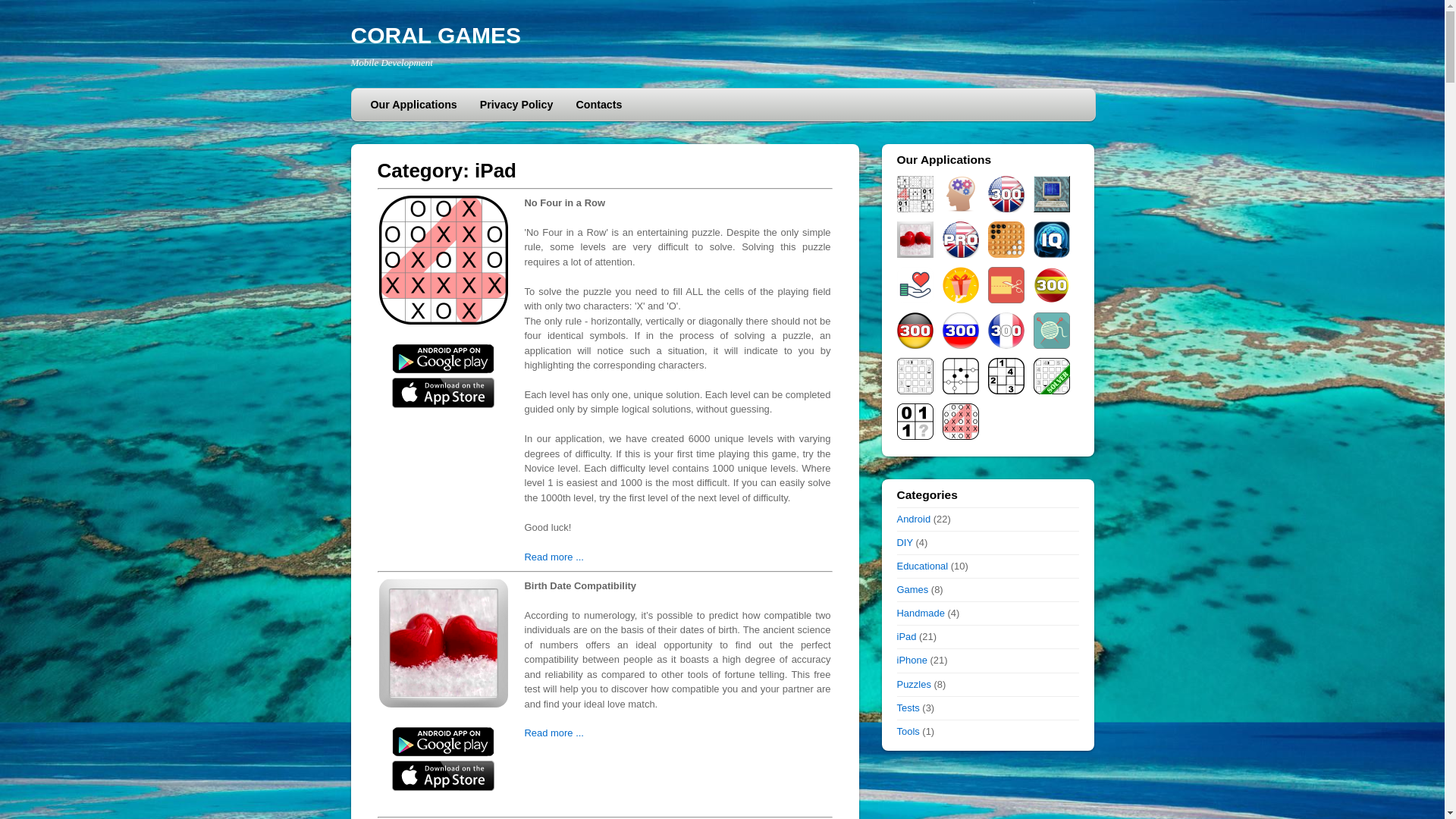  I want to click on 'Tools', so click(907, 730).